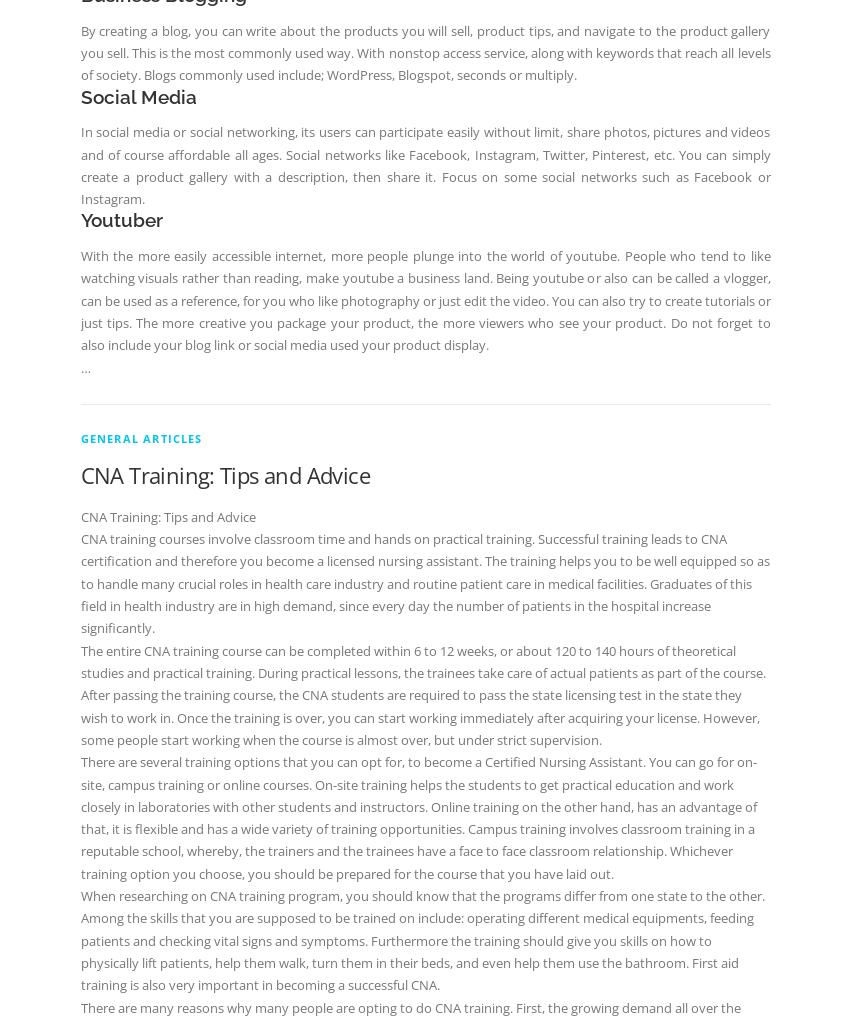 The width and height of the screenshot is (851, 1023). Describe the element at coordinates (417, 817) in the screenshot. I see `'There are several training options that you can opt for, to become a Certified Nursing Assistant. You can go for on-site, campus training or online courses. On-site training helps the students to get practical education and work closely in laboratories with other students and instructors. Online training on the other hand, has an advantage of that, it is flexible and has a wide variety of training opportunities. Campus training involves classroom training in a reputable school, whereby, the trainers and the trainees have a face to face classroom relationship. Whichever training option you choose, you should be prepared for the course that you have laid out.'` at that location.